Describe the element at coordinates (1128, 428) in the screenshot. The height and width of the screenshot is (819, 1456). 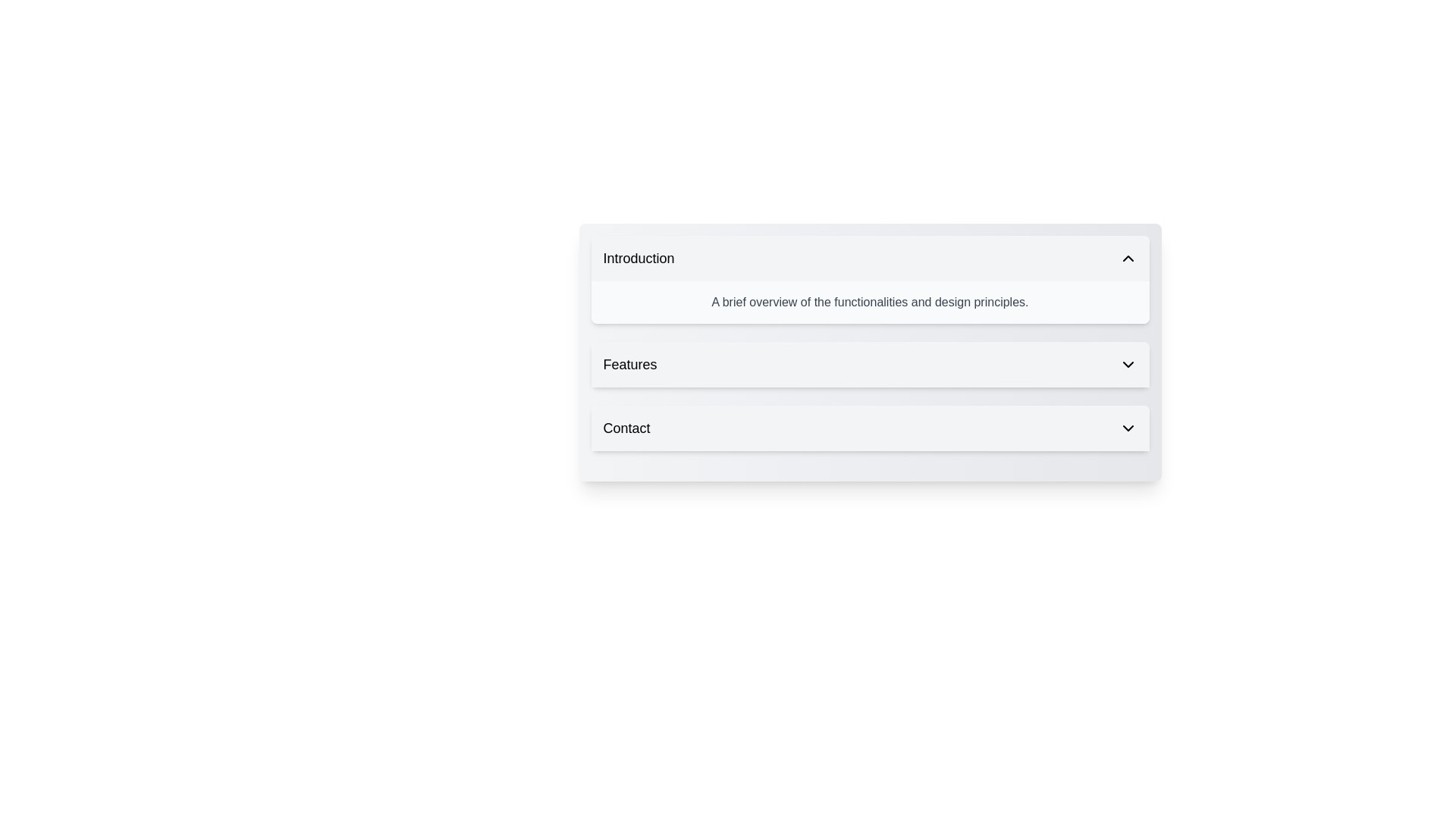
I see `the expansion icon located at the far-right end of the 'Contact' section header` at that location.